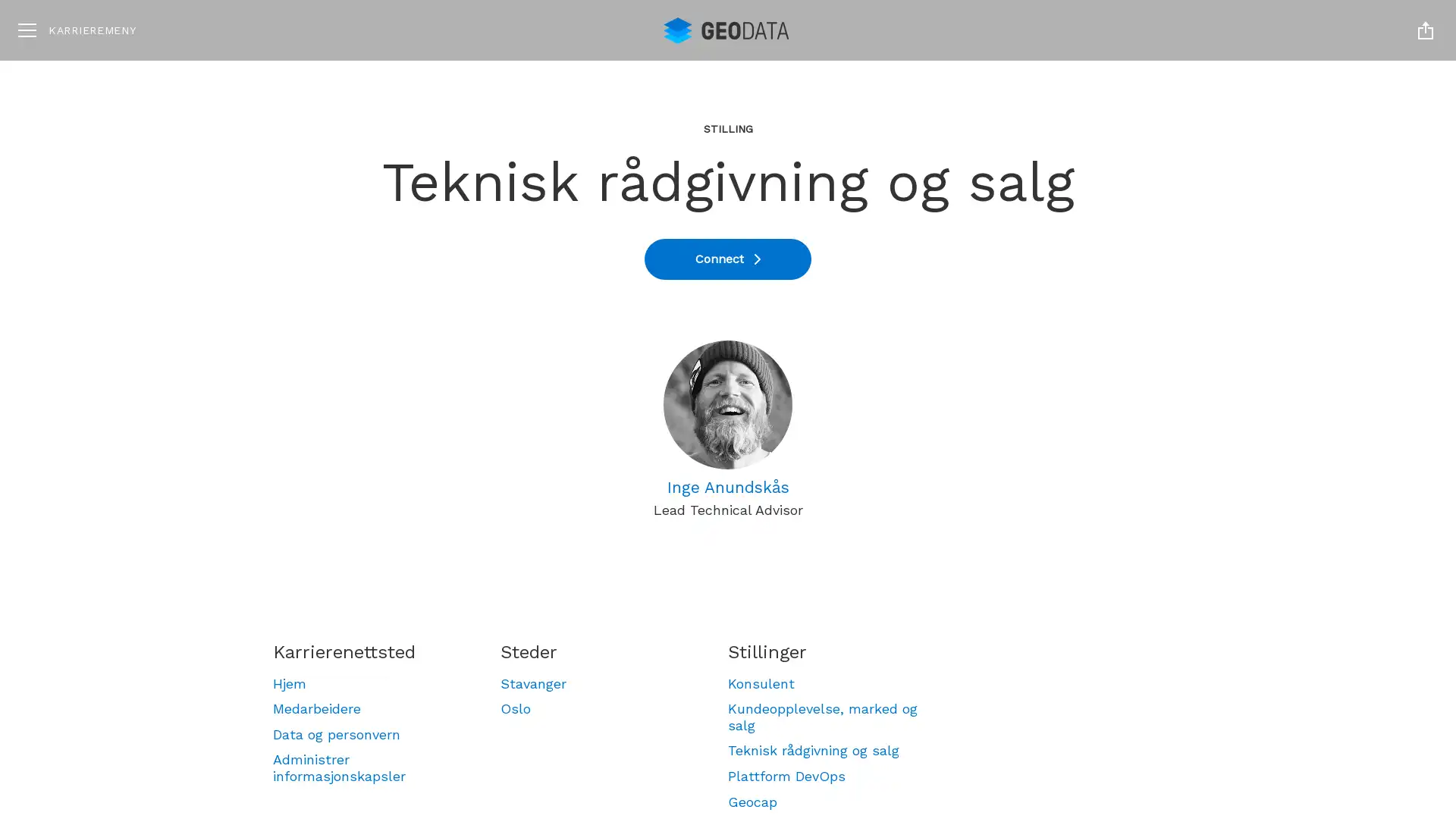 The width and height of the screenshot is (1456, 819). What do you see at coordinates (1282, 693) in the screenshot?
I see `Deaktivere alle` at bounding box center [1282, 693].